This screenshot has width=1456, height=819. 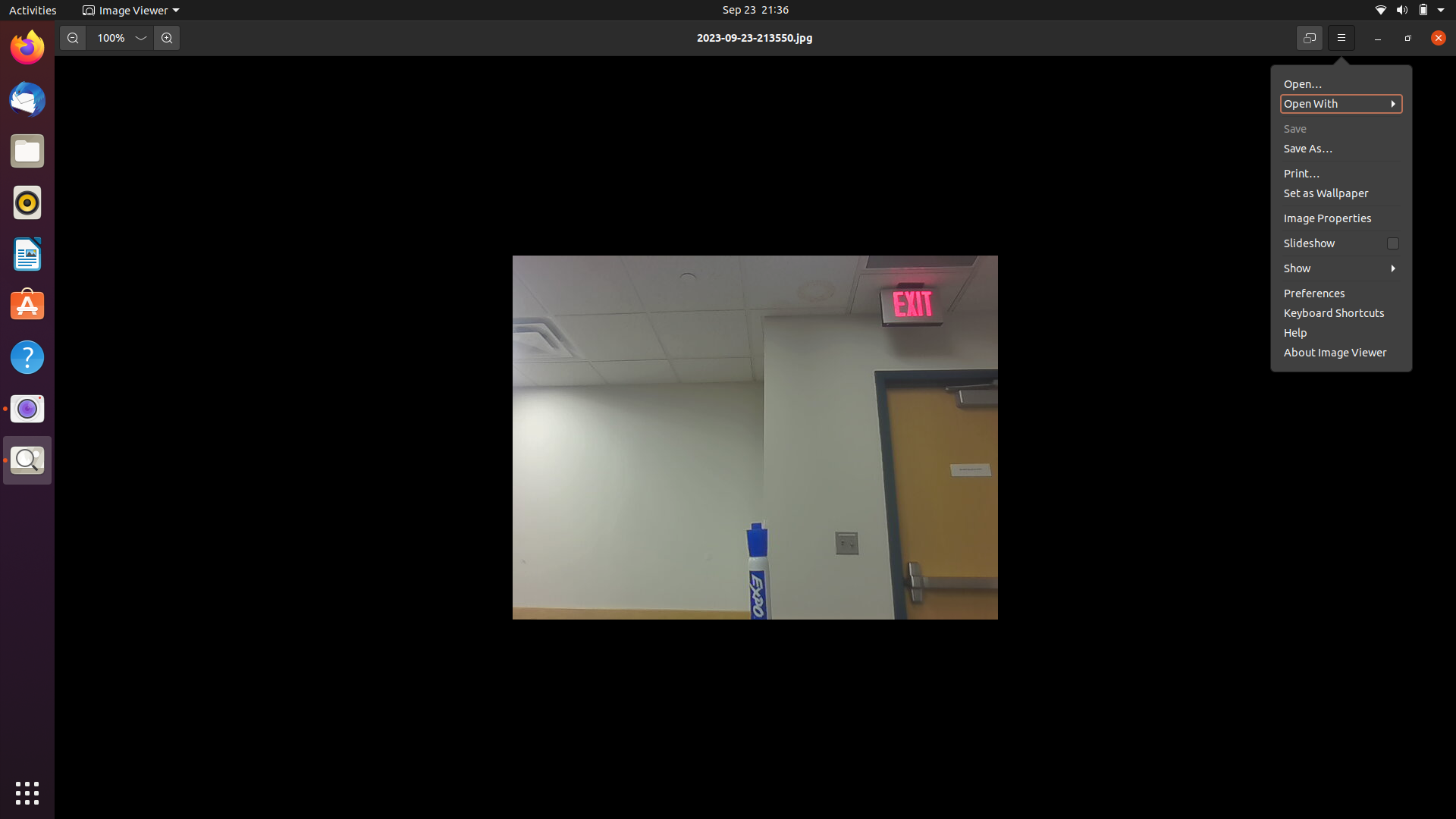 I want to click on the about page of the image viewer software, so click(x=1335, y=291).